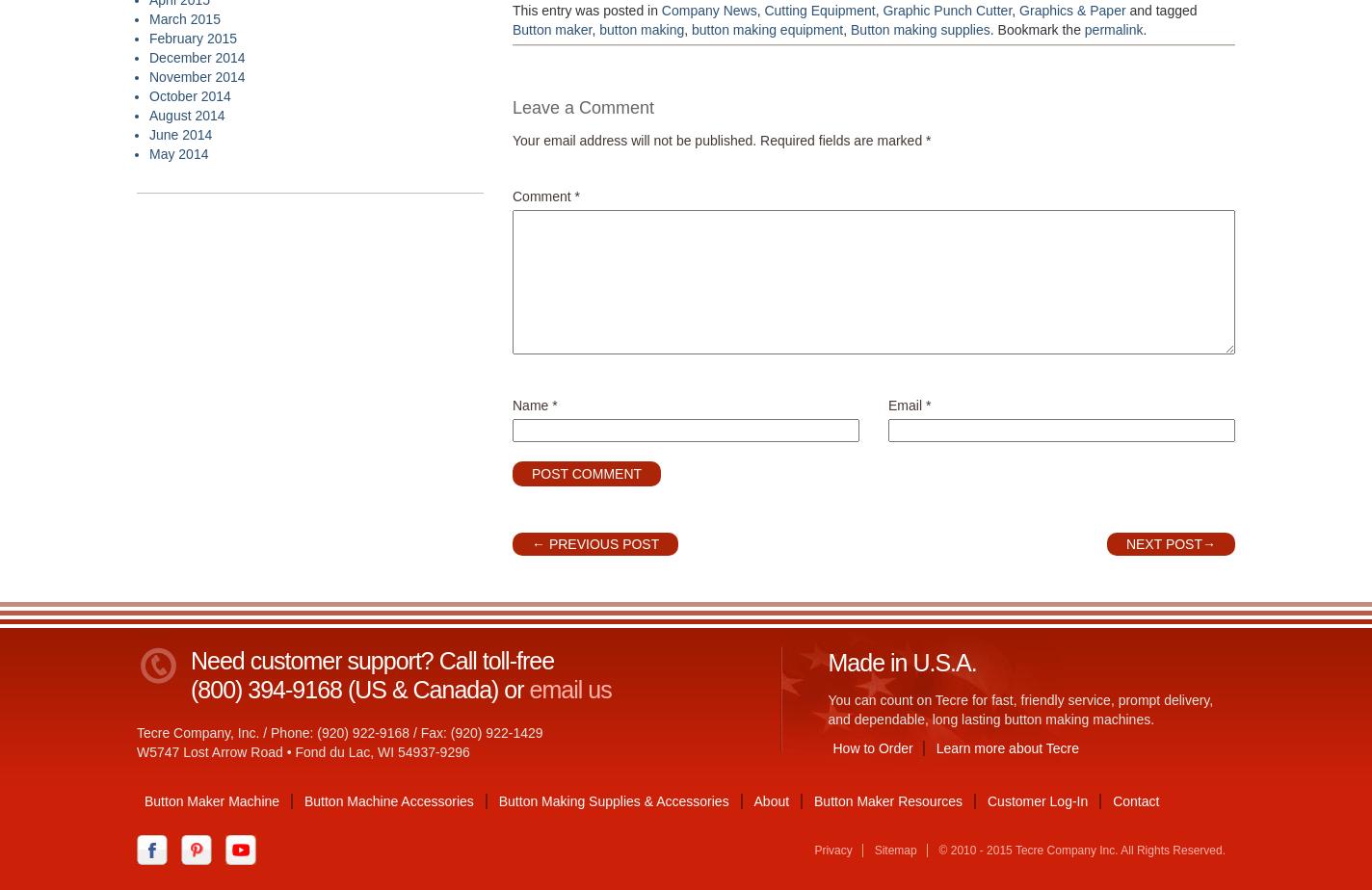 This screenshot has width=1372, height=890. What do you see at coordinates (894, 849) in the screenshot?
I see `'Sitemap'` at bounding box center [894, 849].